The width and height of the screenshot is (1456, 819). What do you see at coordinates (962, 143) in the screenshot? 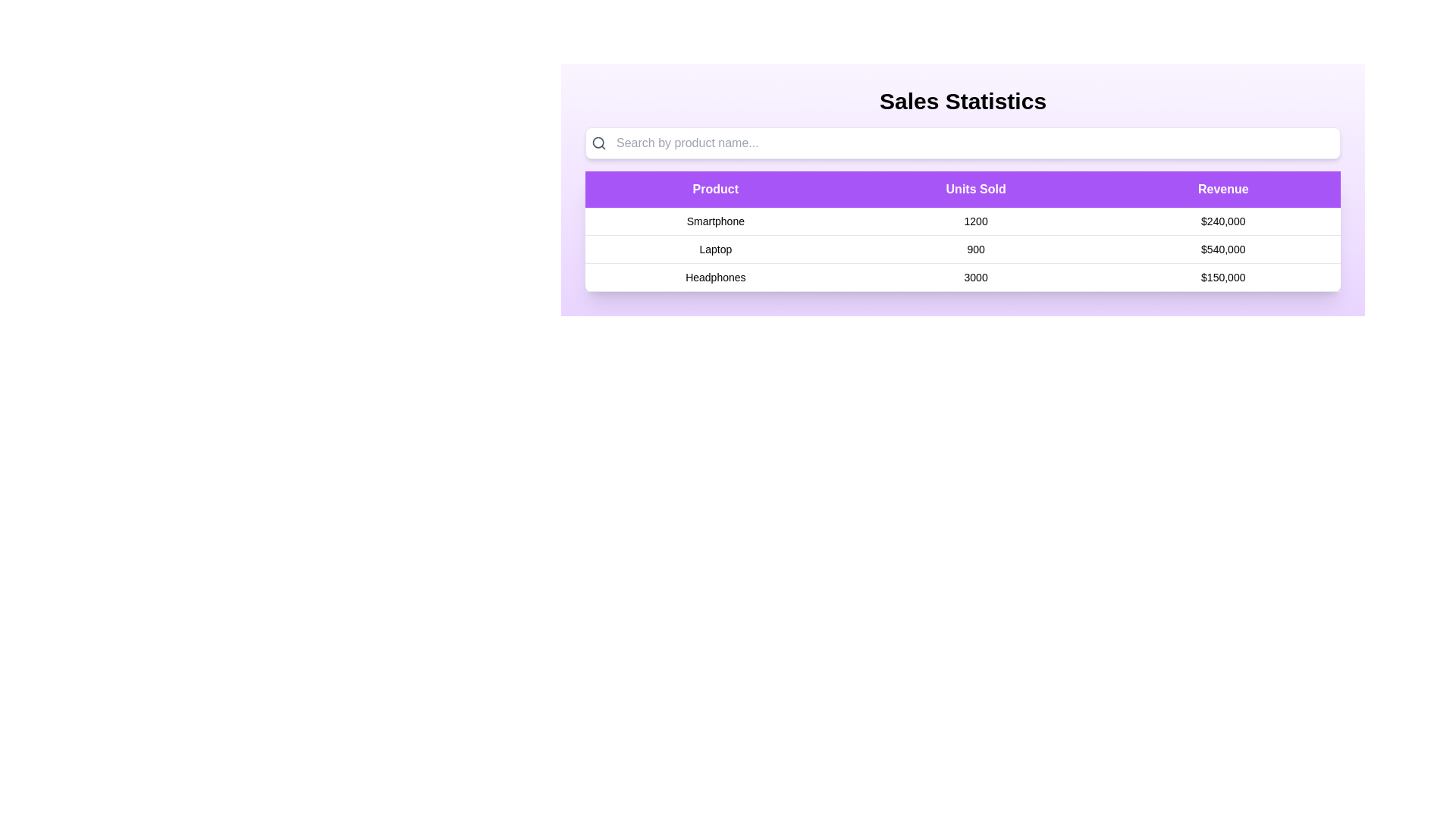
I see `the search bar and clear its content` at bounding box center [962, 143].